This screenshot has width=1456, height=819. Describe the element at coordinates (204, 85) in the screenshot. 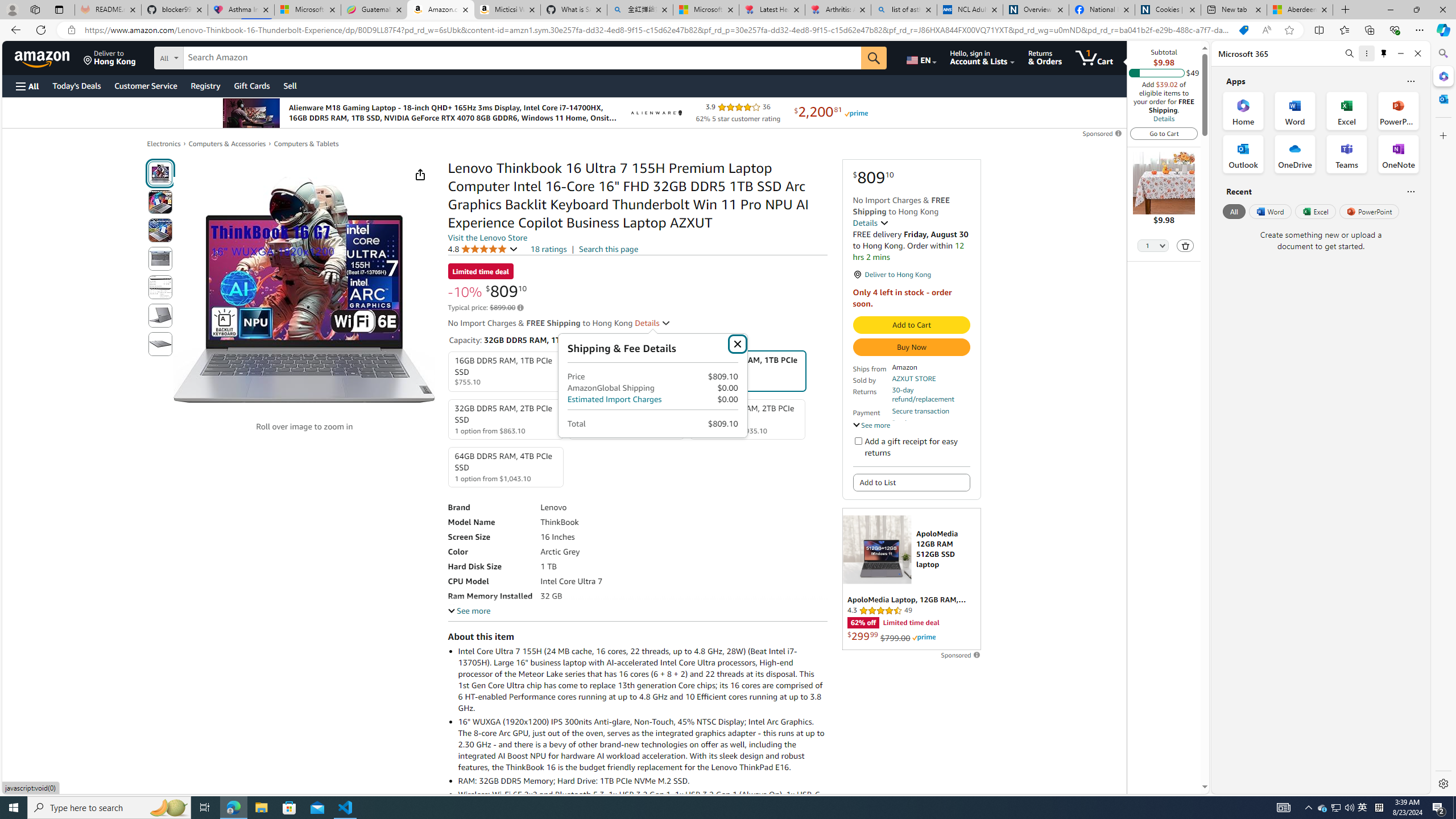

I see `'Registry'` at that location.